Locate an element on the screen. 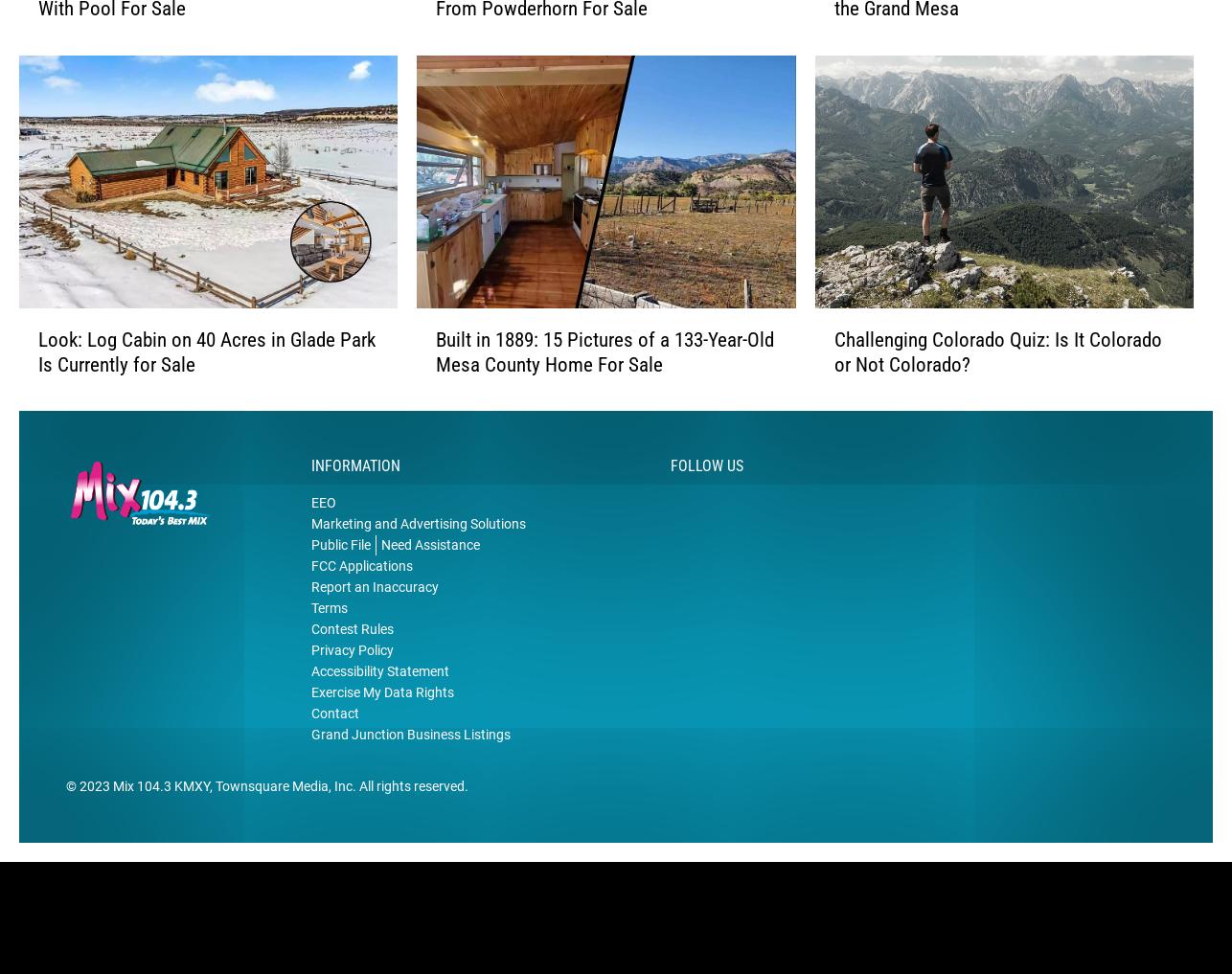 The width and height of the screenshot is (1232, 974). 'Marketing and Advertising Solutions' is located at coordinates (417, 553).